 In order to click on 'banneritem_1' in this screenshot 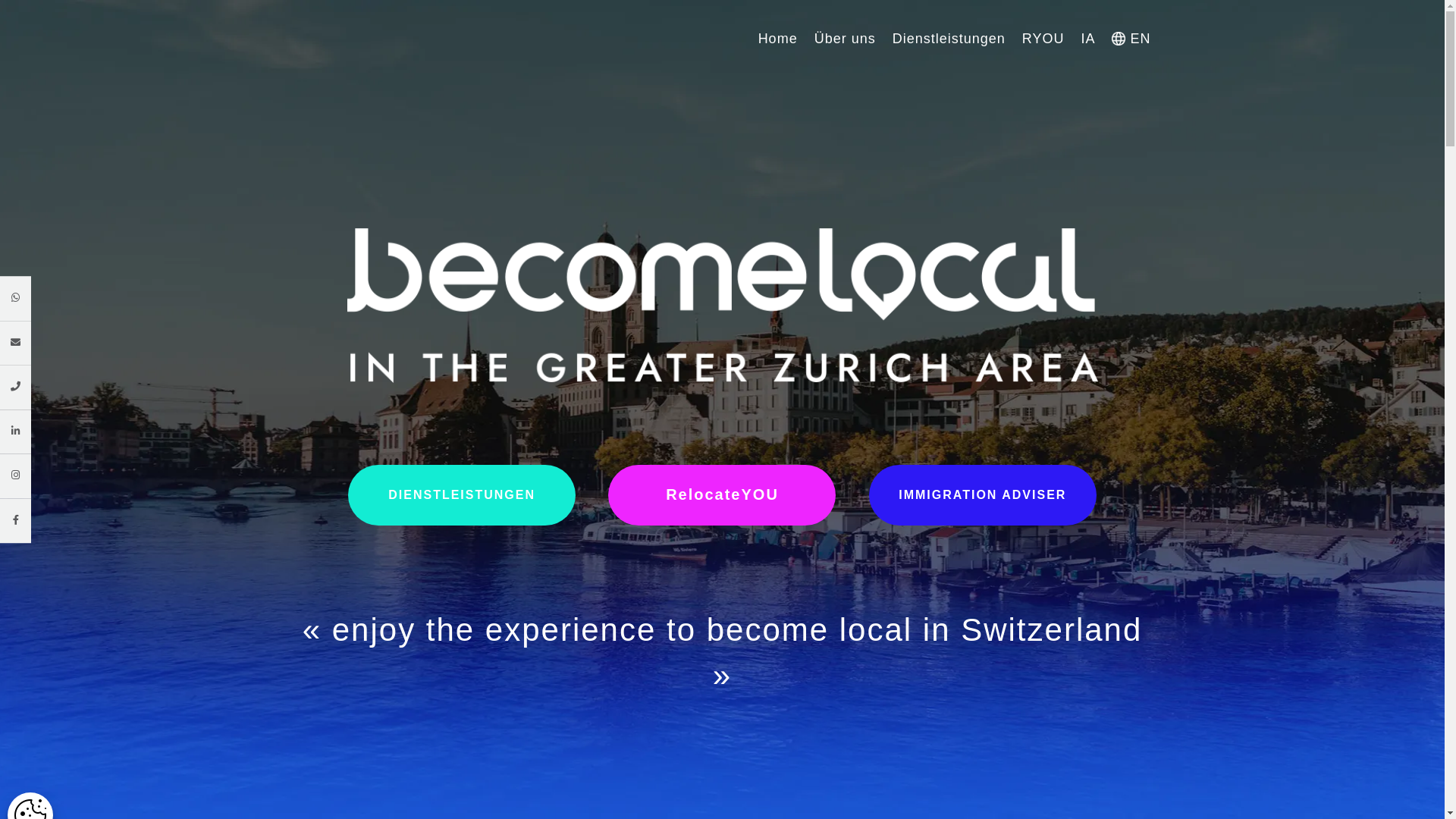, I will do `click(722, 305)`.